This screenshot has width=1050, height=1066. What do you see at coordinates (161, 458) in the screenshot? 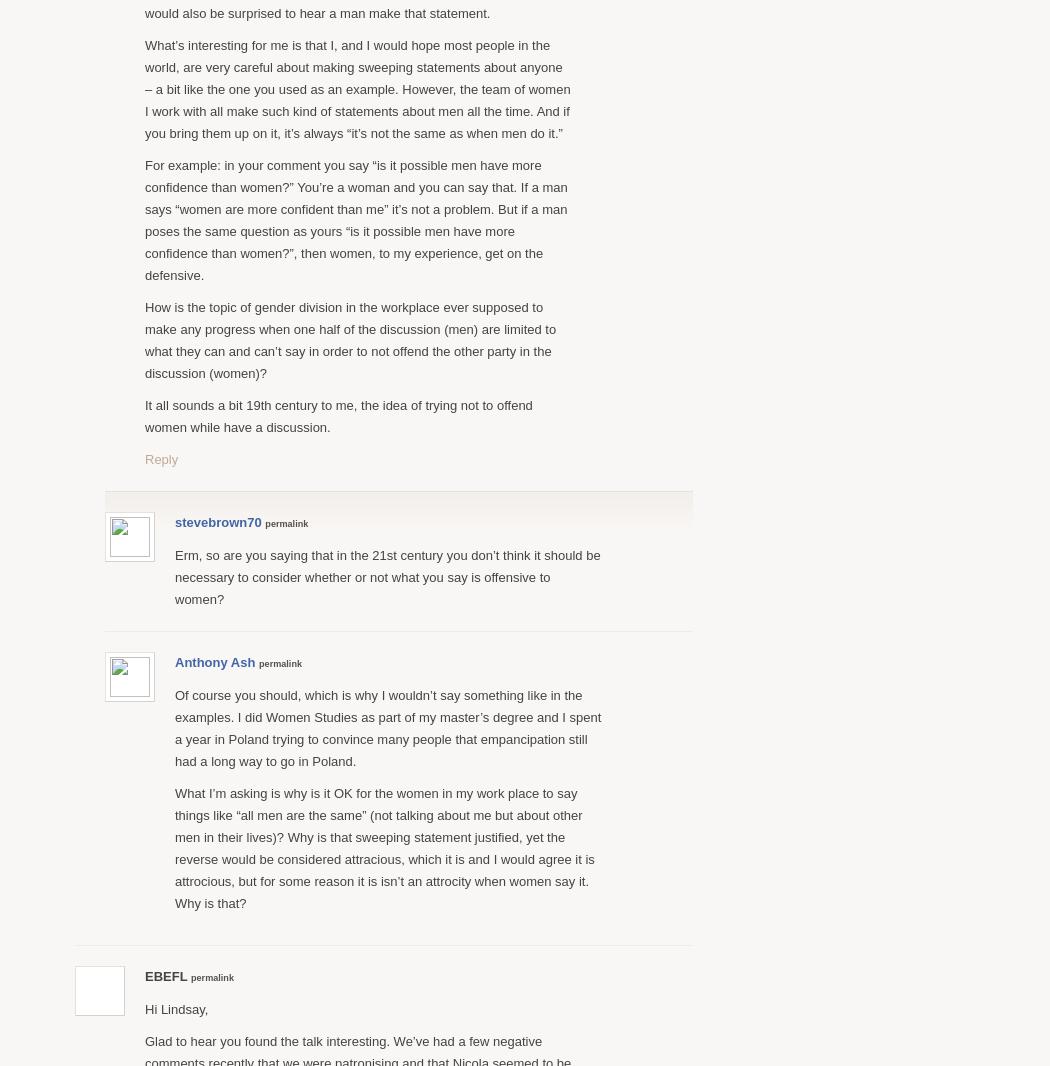
I see `'Reply'` at bounding box center [161, 458].